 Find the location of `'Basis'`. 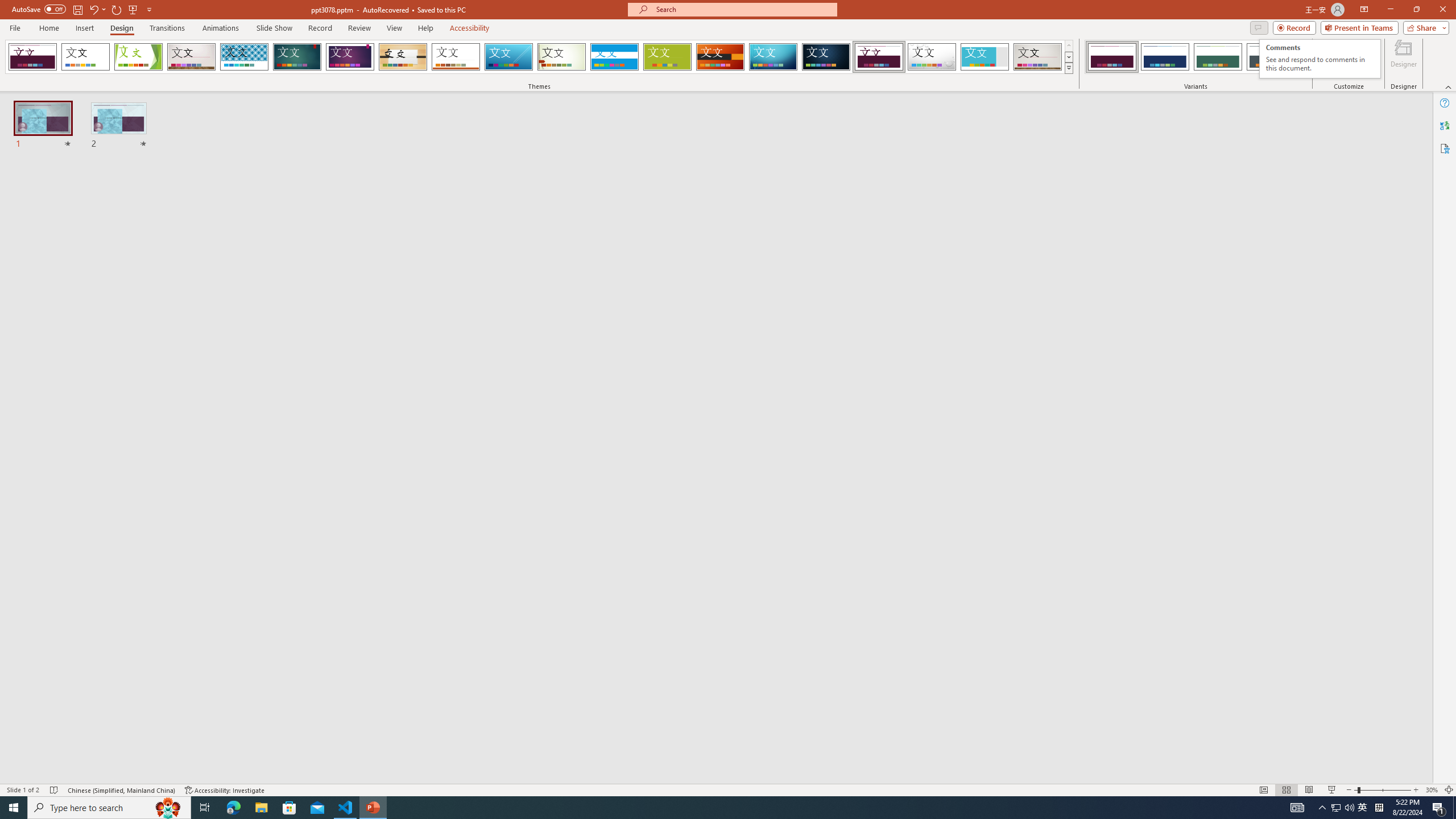

'Basis' is located at coordinates (667, 56).